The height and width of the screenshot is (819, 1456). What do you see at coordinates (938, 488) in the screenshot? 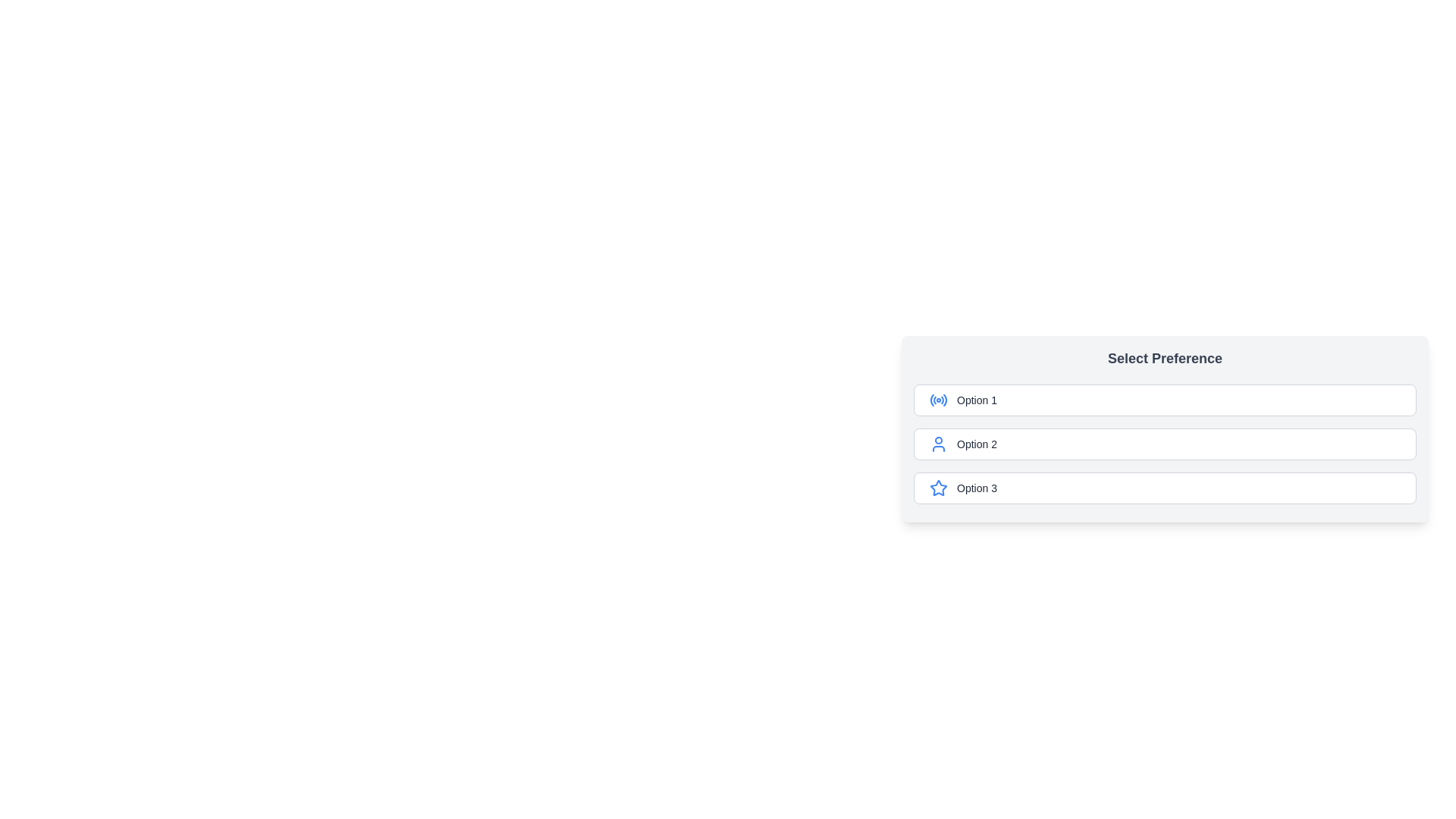
I see `the star-shaped icon associated with 'Option 3', located in the third row of the options list` at bounding box center [938, 488].